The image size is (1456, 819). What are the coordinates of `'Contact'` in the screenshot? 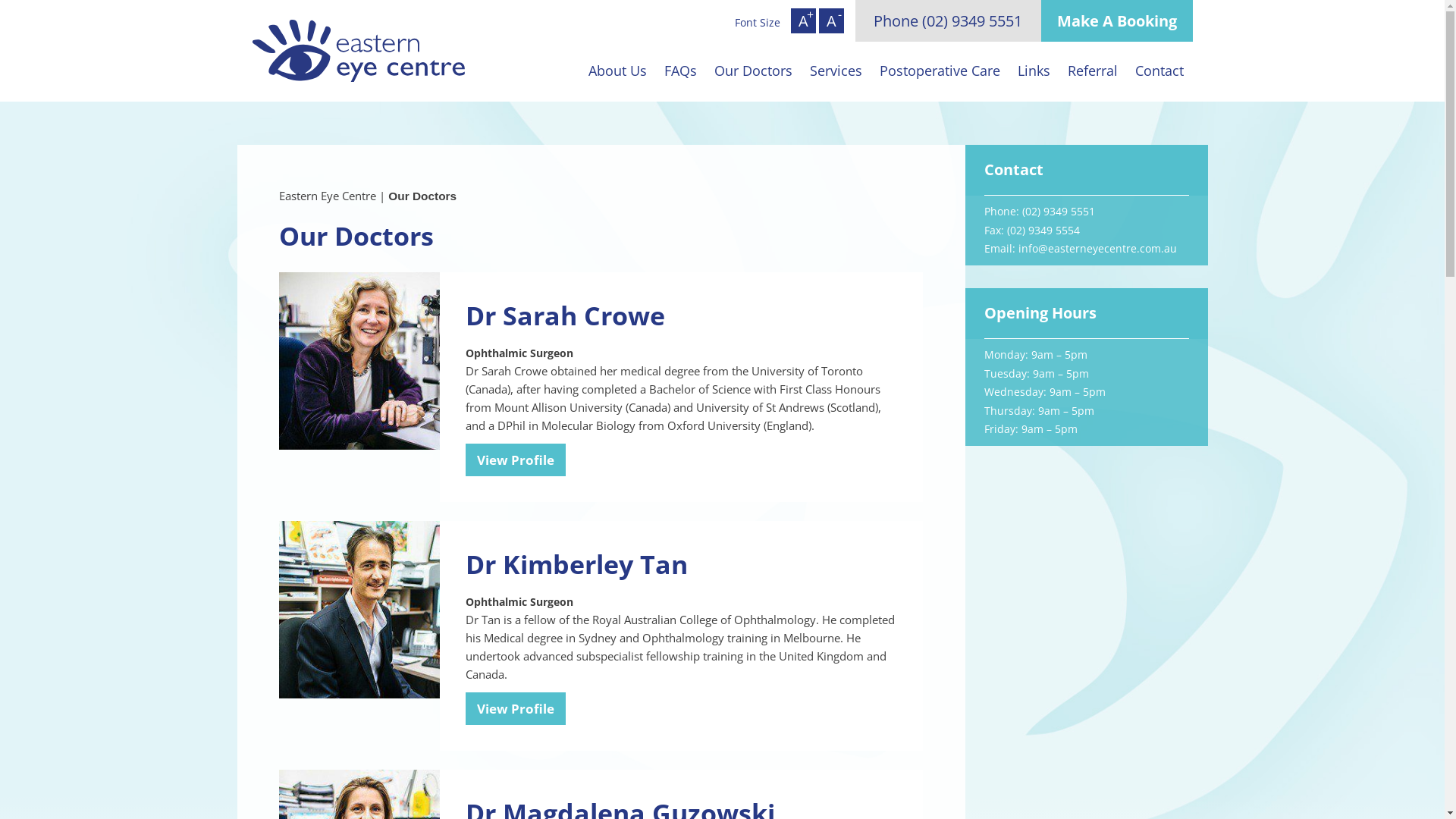 It's located at (1159, 70).